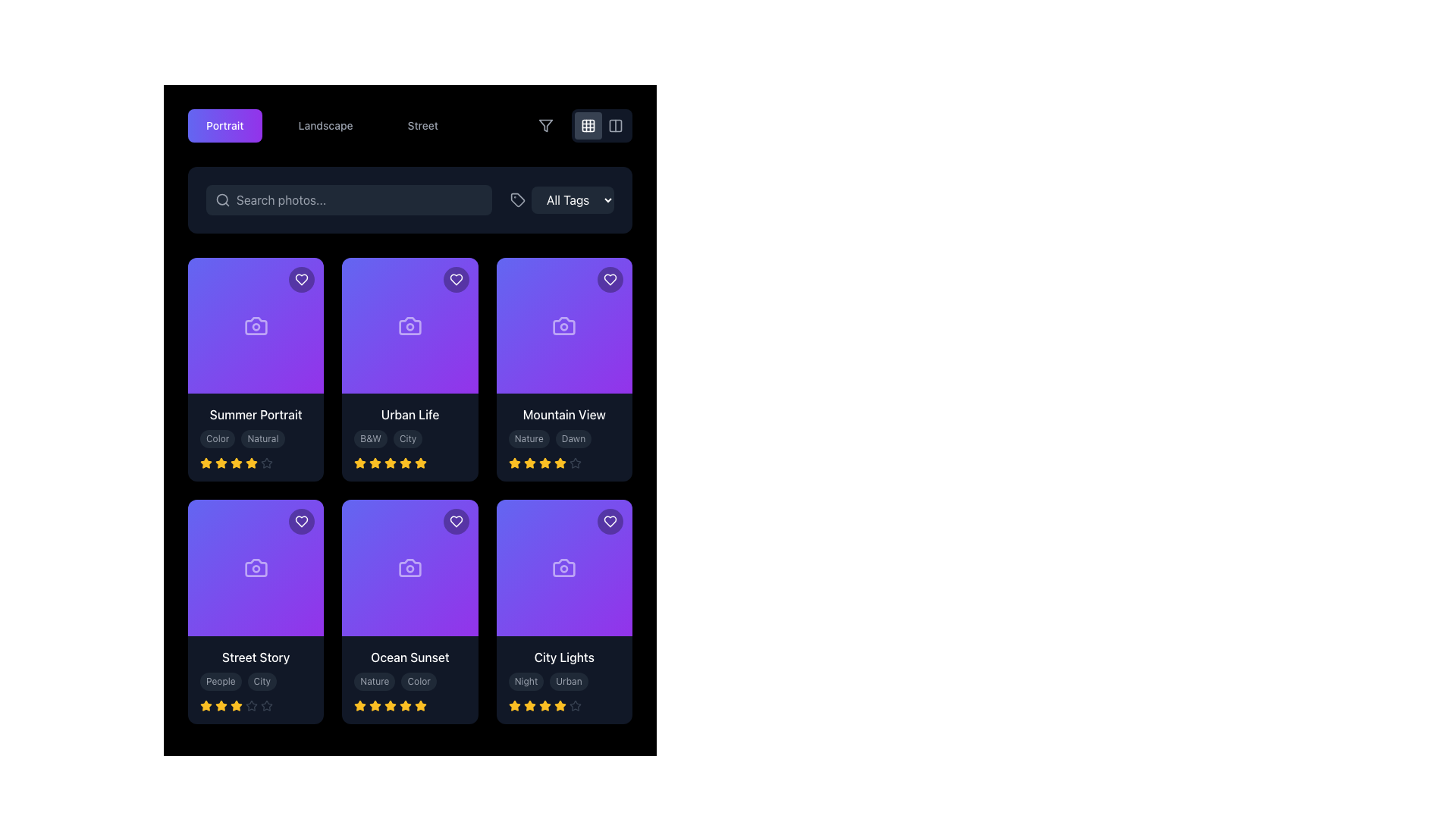  What do you see at coordinates (325, 124) in the screenshot?
I see `the 'Landscape' button, which is the second option in a horizontal list of three buttons labeled 'Portrait', 'Landscape', and 'Street'` at bounding box center [325, 124].